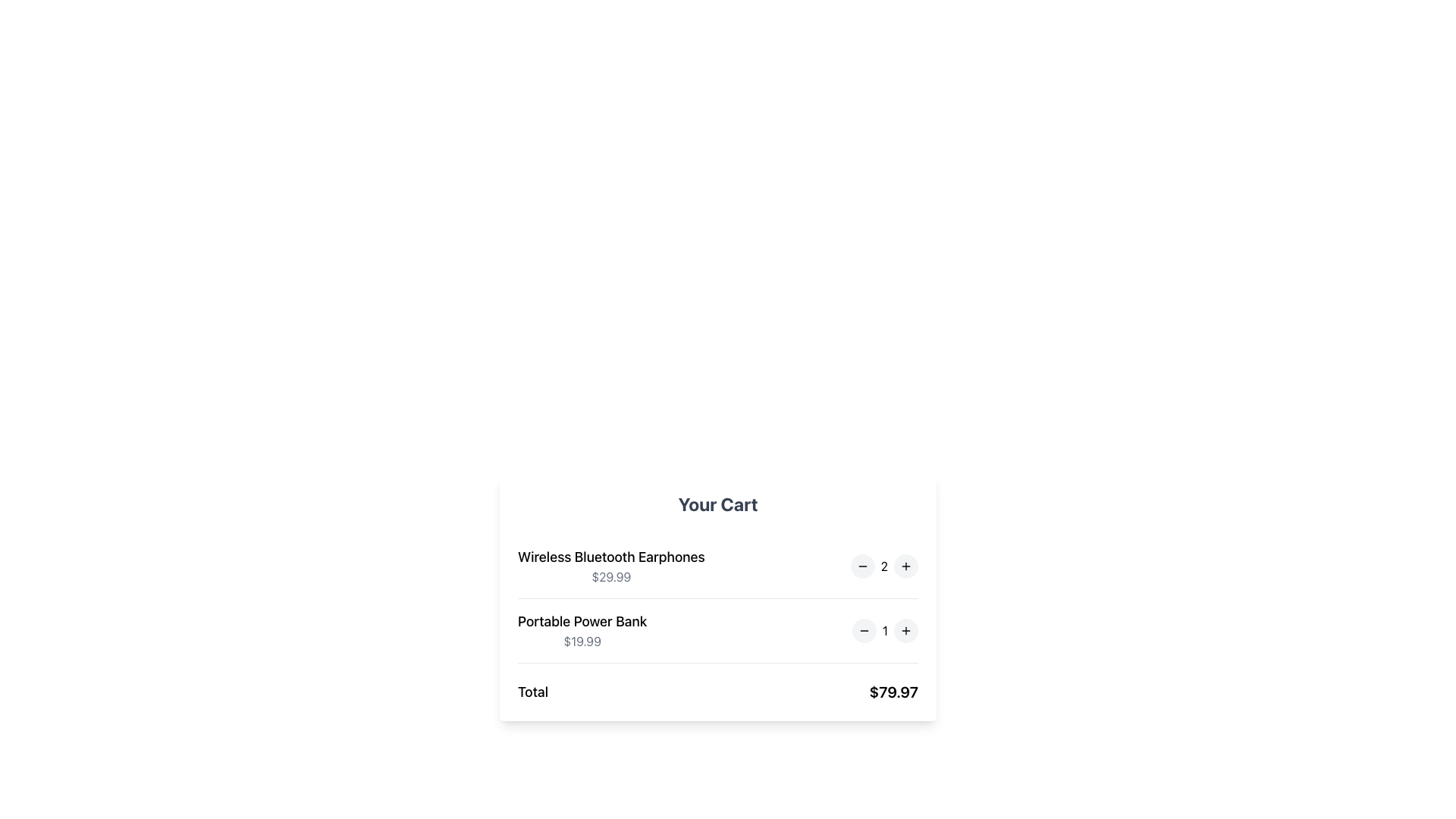 The width and height of the screenshot is (1456, 819). What do you see at coordinates (906, 631) in the screenshot?
I see `the circular button with a plus sign icon, which is the second button in a horizontal group of interactive buttons` at bounding box center [906, 631].